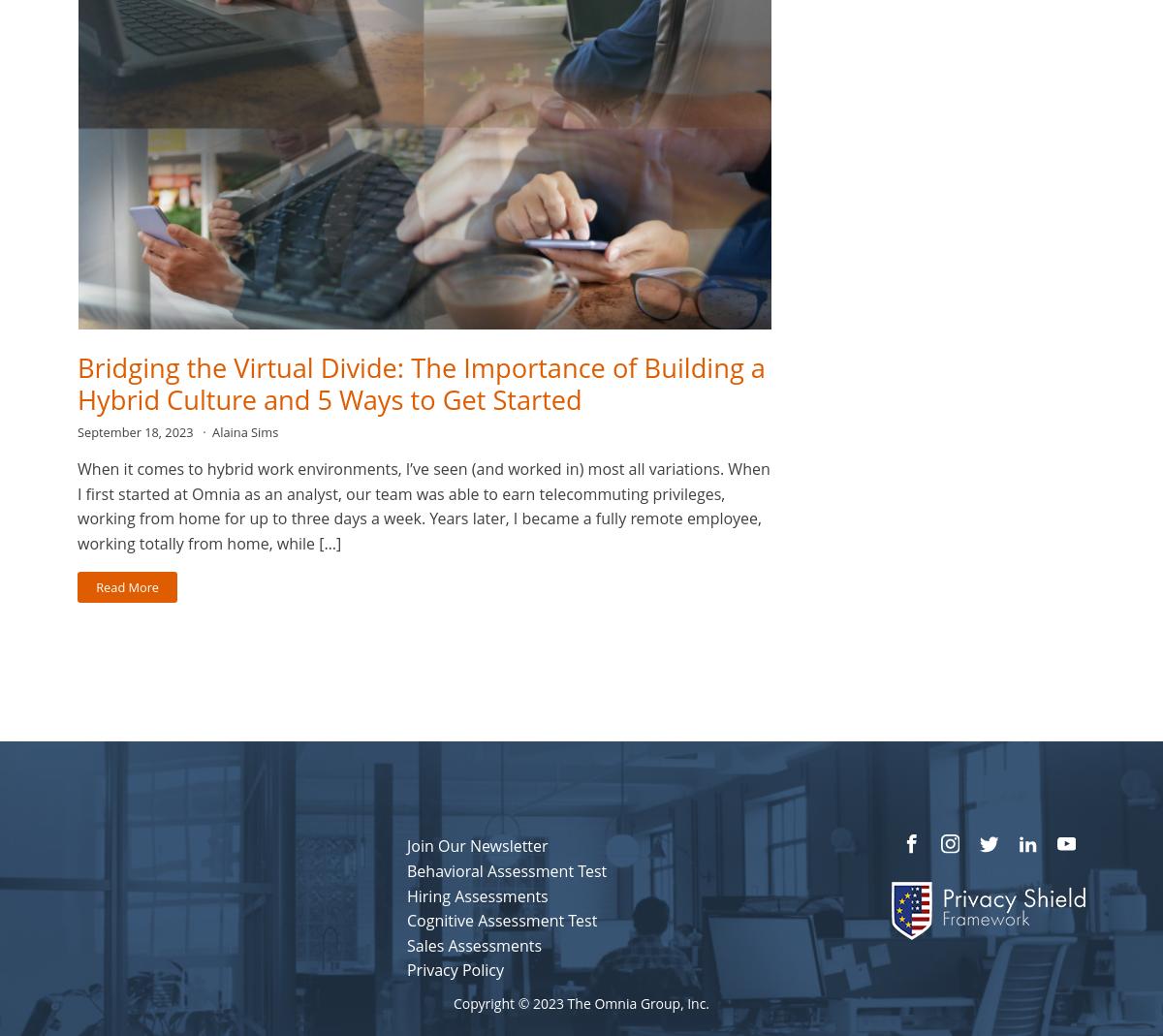  Describe the element at coordinates (406, 970) in the screenshot. I see `'Privacy Policy'` at that location.